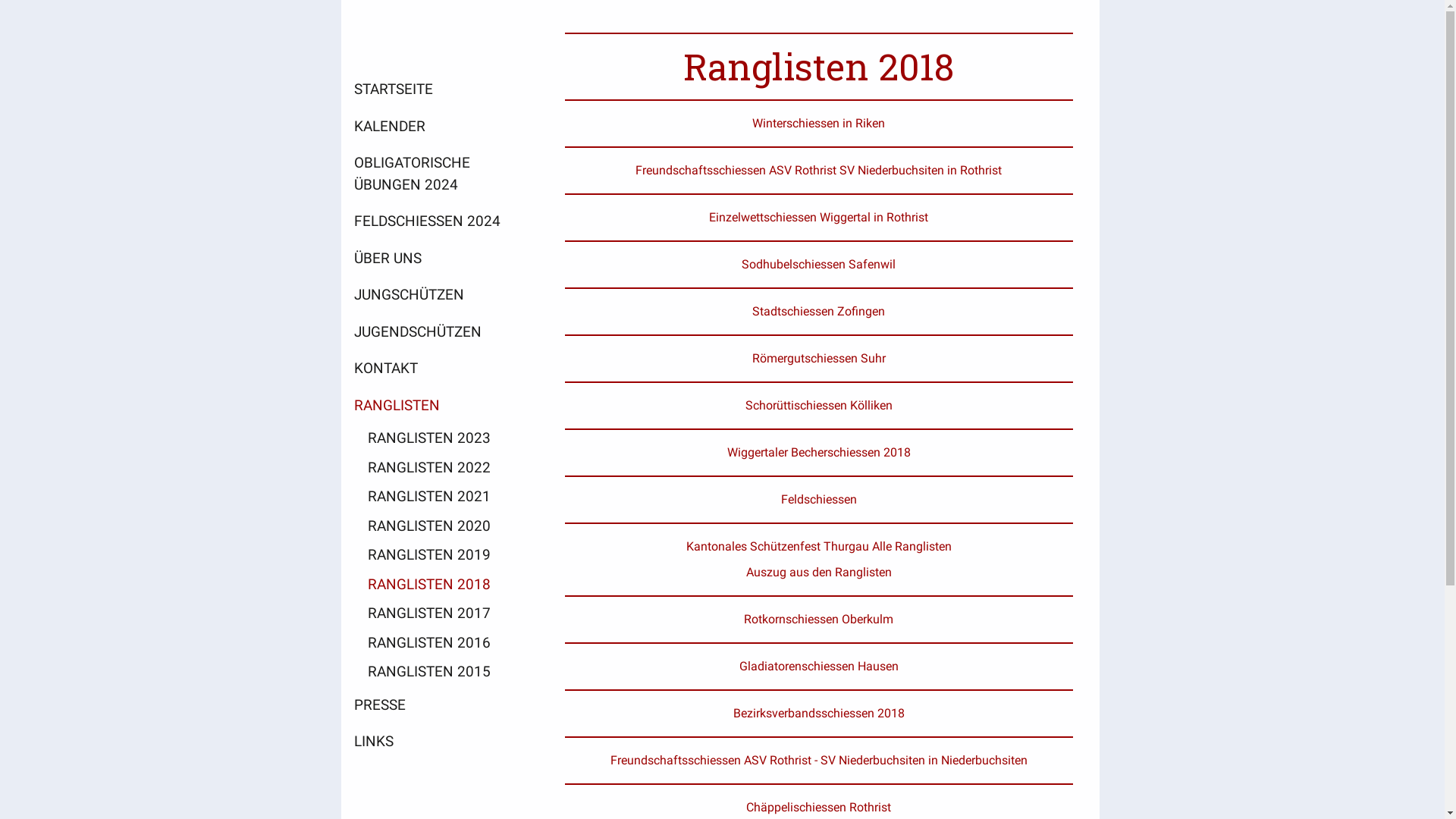  Describe the element at coordinates (708, 217) in the screenshot. I see `'Einzelwettschiessen Wiggertal in Rothrist'` at that location.